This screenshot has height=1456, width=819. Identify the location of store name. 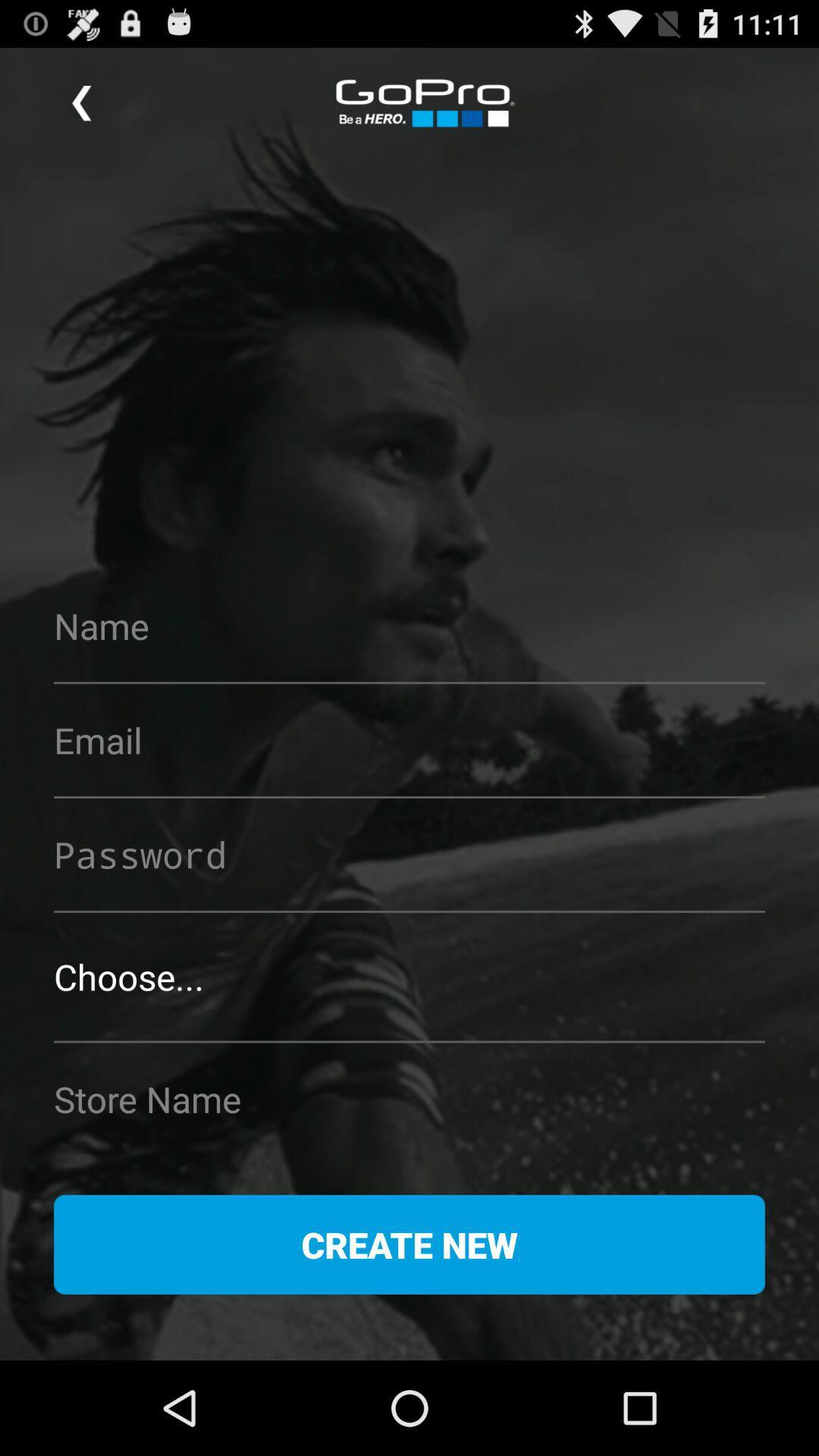
(409, 1099).